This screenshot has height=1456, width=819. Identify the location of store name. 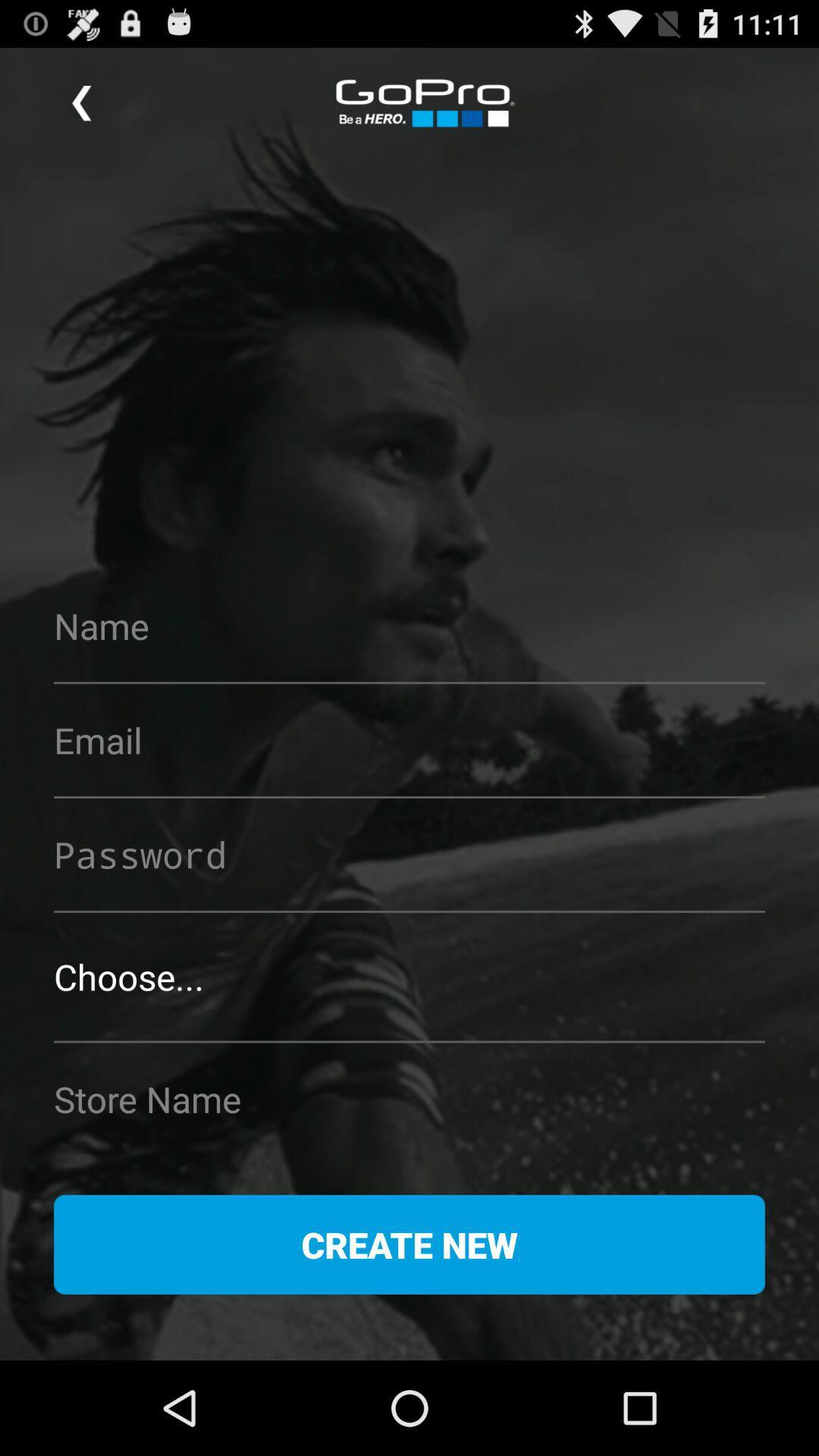
(409, 1099).